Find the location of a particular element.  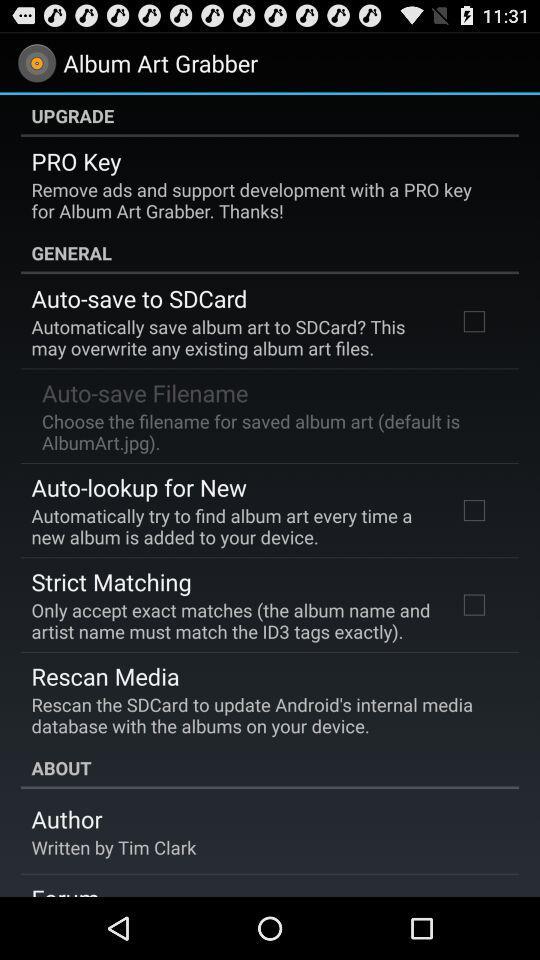

choose the filename is located at coordinates (268, 431).